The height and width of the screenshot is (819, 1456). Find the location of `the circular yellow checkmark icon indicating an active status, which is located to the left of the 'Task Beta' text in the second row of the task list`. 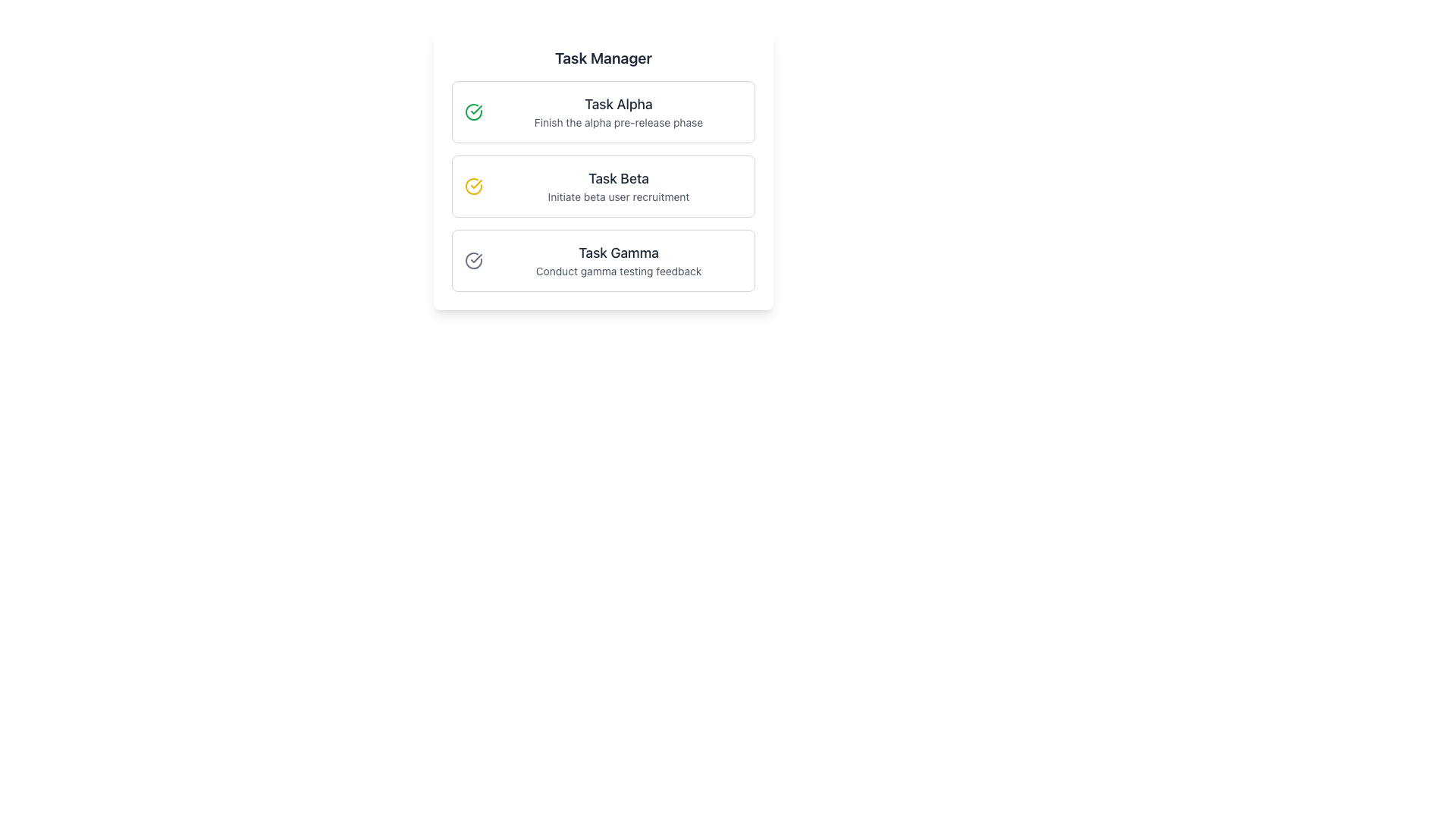

the circular yellow checkmark icon indicating an active status, which is located to the left of the 'Task Beta' text in the second row of the task list is located at coordinates (472, 186).